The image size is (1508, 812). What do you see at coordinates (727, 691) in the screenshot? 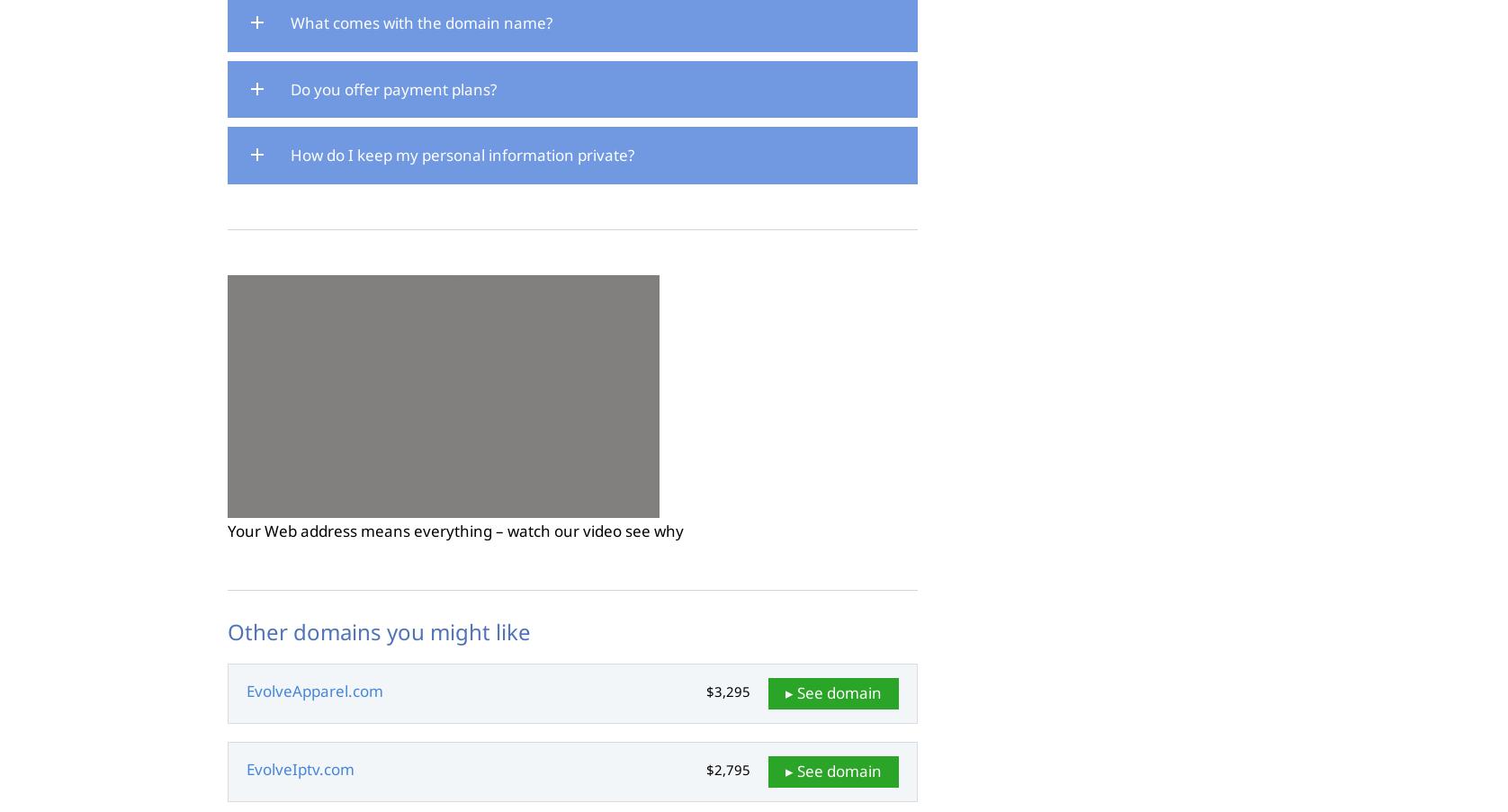
I see `'$3,295'` at bounding box center [727, 691].